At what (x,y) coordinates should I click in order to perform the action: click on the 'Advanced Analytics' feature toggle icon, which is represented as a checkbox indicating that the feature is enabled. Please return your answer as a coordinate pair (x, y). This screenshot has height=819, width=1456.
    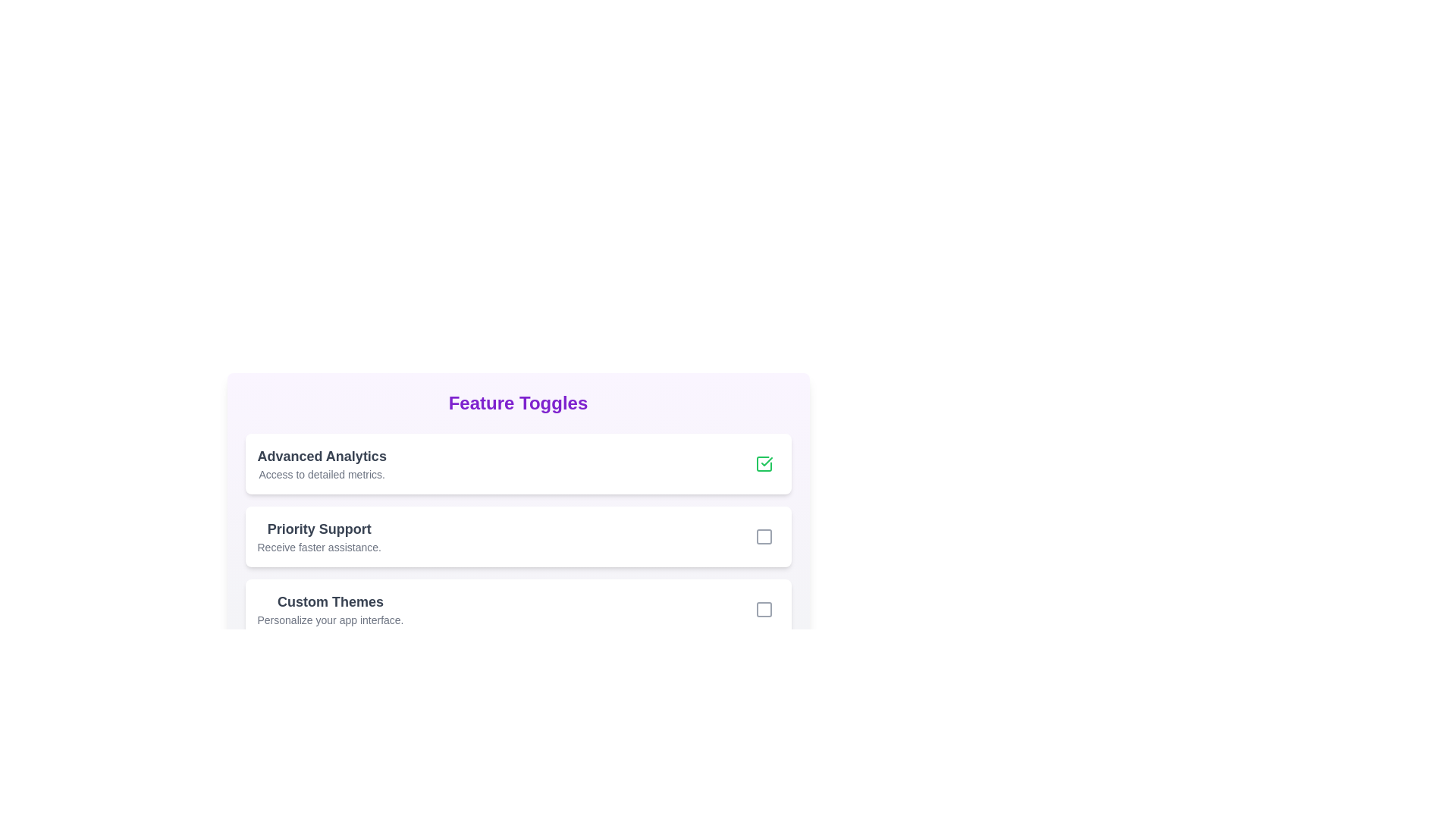
    Looking at the image, I should click on (764, 463).